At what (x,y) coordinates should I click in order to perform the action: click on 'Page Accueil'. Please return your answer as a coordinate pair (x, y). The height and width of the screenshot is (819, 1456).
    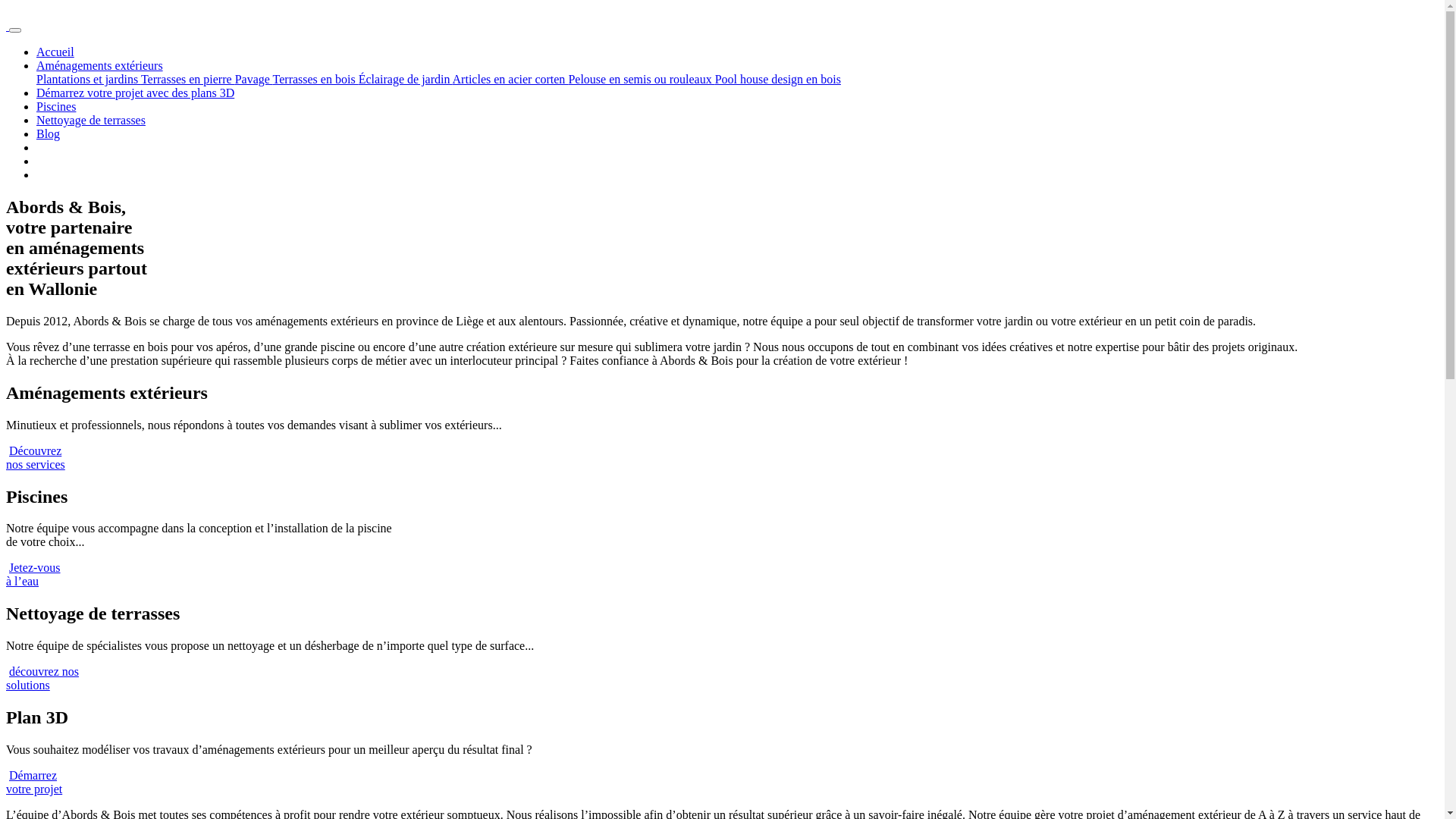
    Looking at the image, I should click on (7, 26).